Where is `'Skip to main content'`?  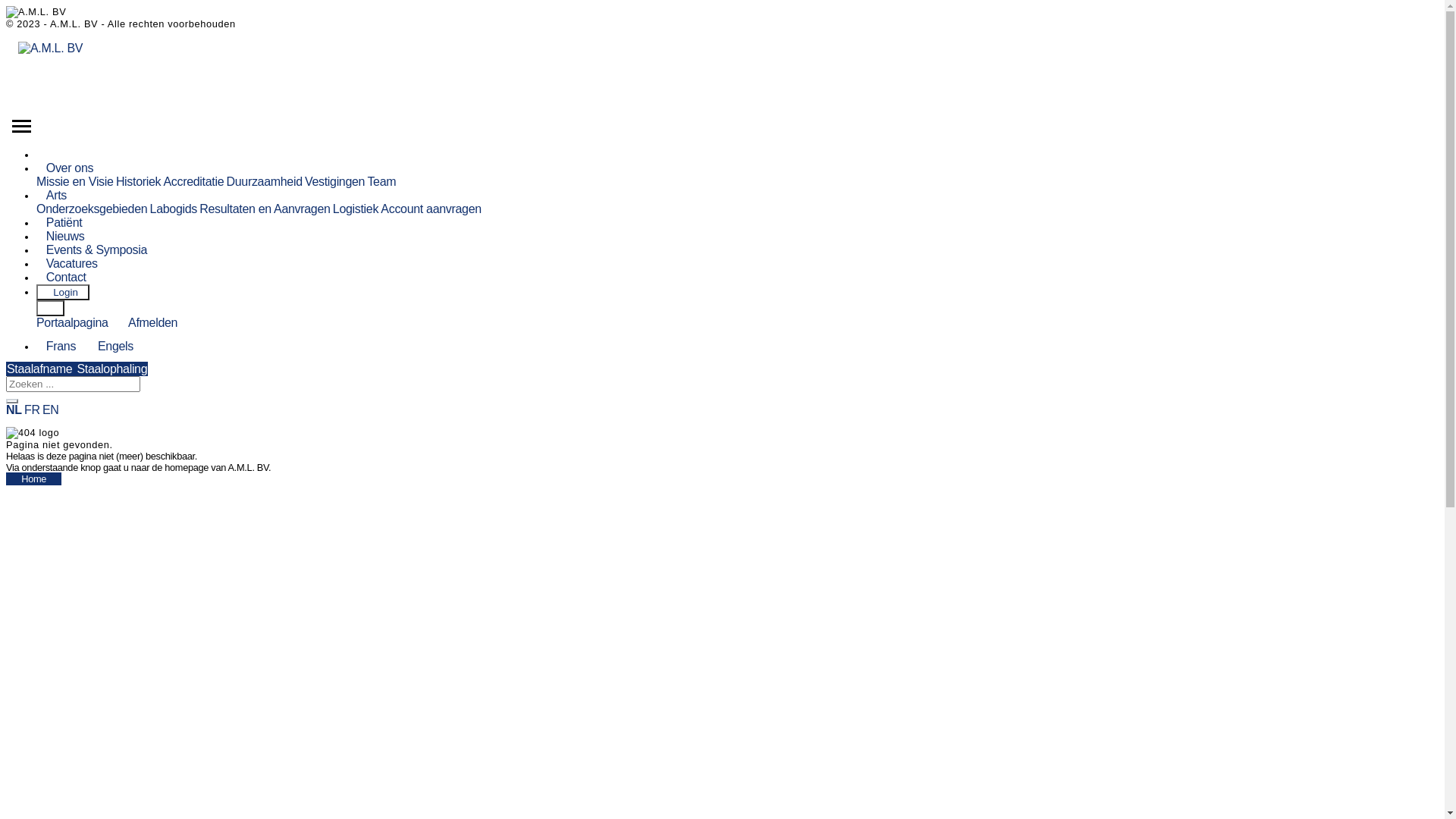 'Skip to main content' is located at coordinates (5, 5).